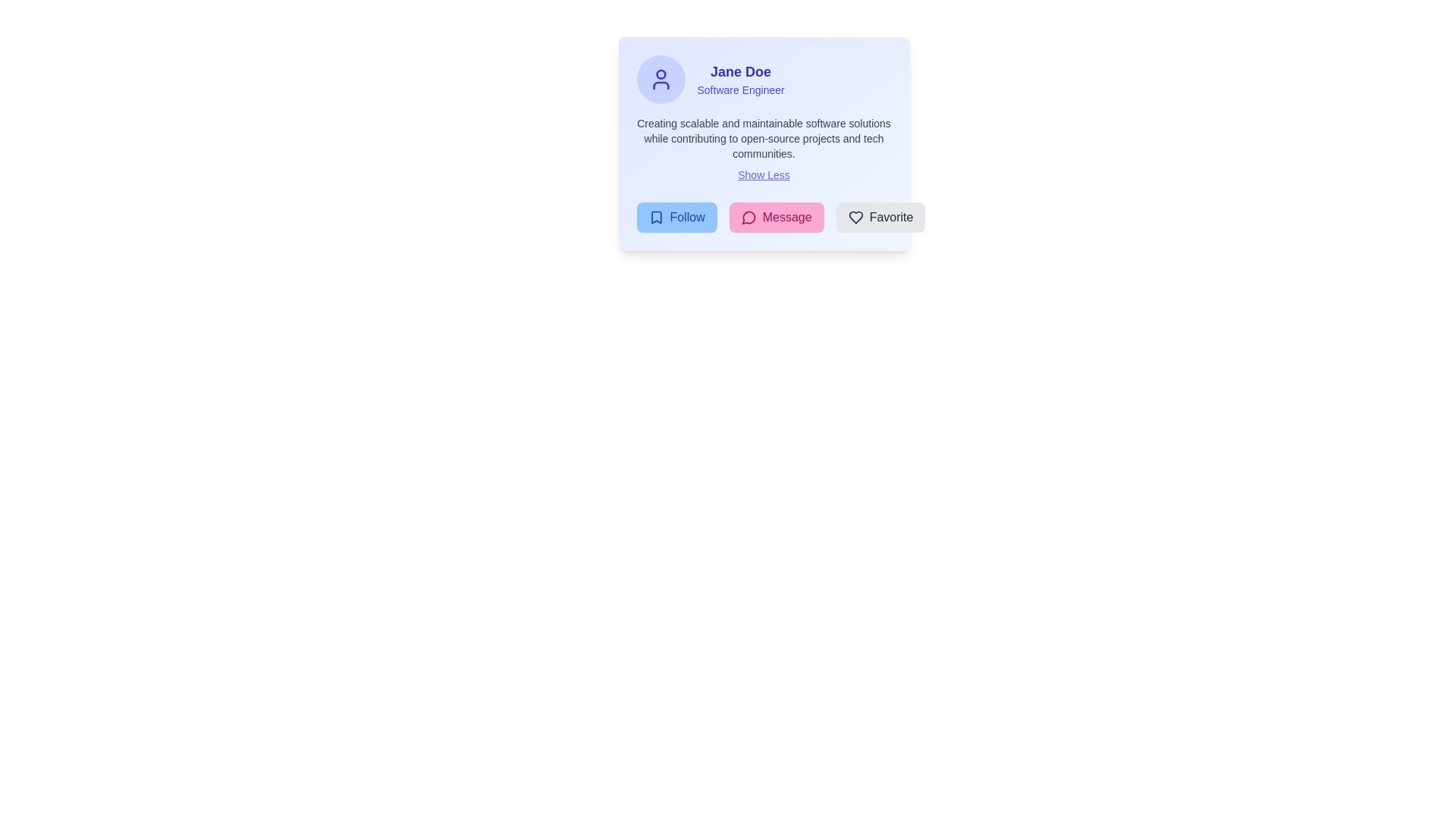  Describe the element at coordinates (855, 217) in the screenshot. I see `the heart icon within the 'Favorite' button` at that location.